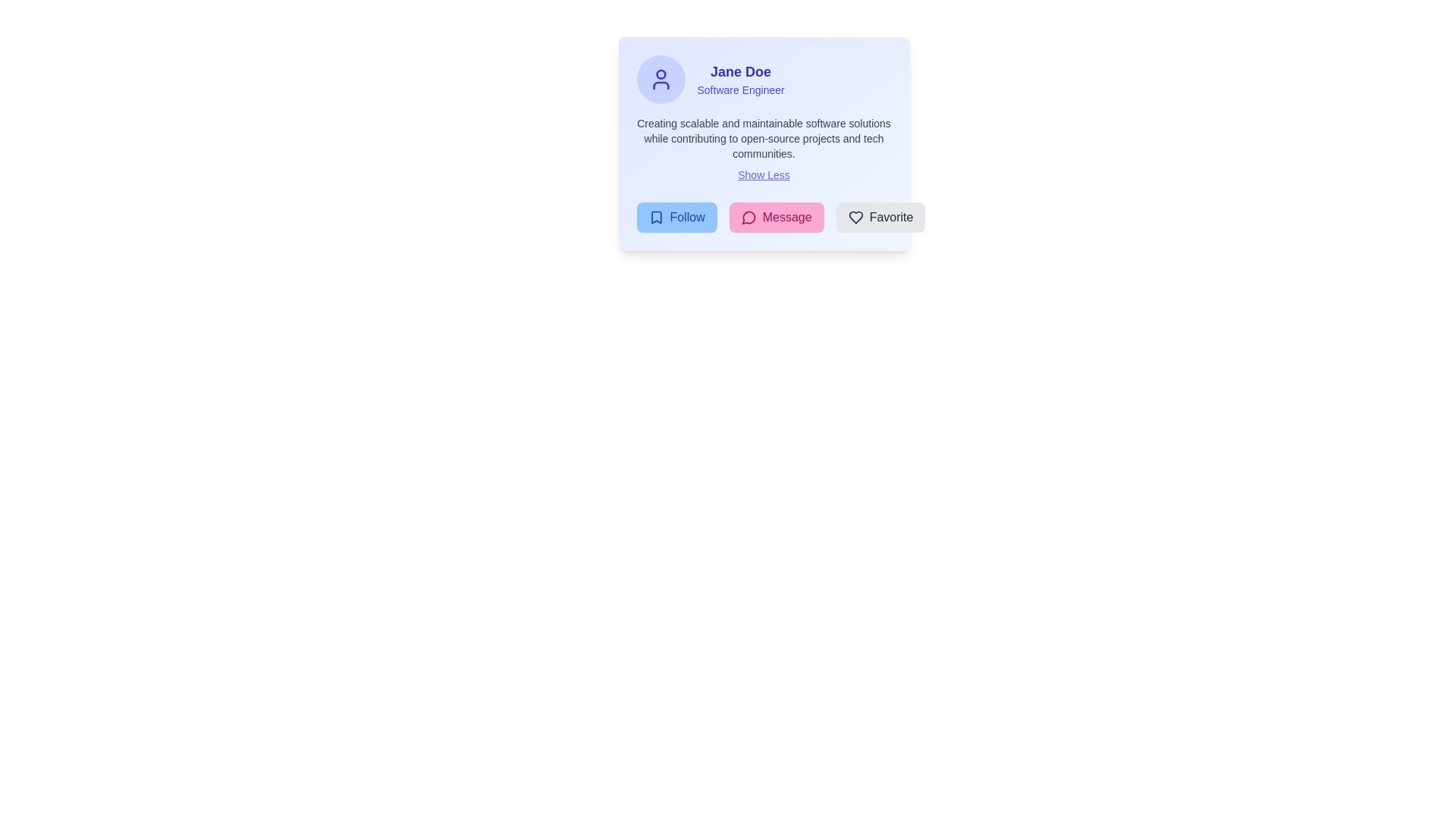  Describe the element at coordinates (855, 217) in the screenshot. I see `the heart icon within the 'Favorite' button` at that location.